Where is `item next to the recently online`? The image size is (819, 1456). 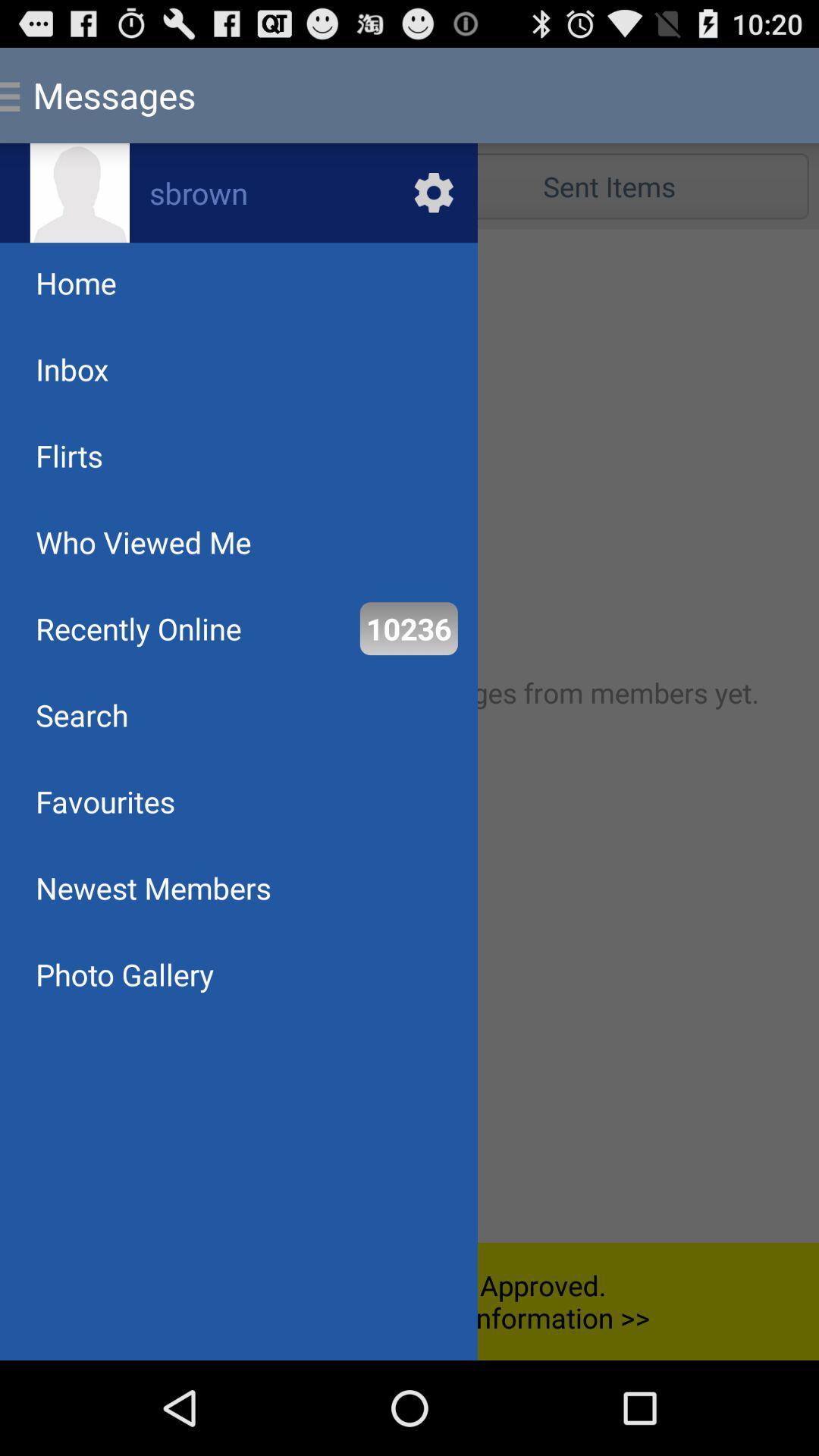 item next to the recently online is located at coordinates (408, 629).